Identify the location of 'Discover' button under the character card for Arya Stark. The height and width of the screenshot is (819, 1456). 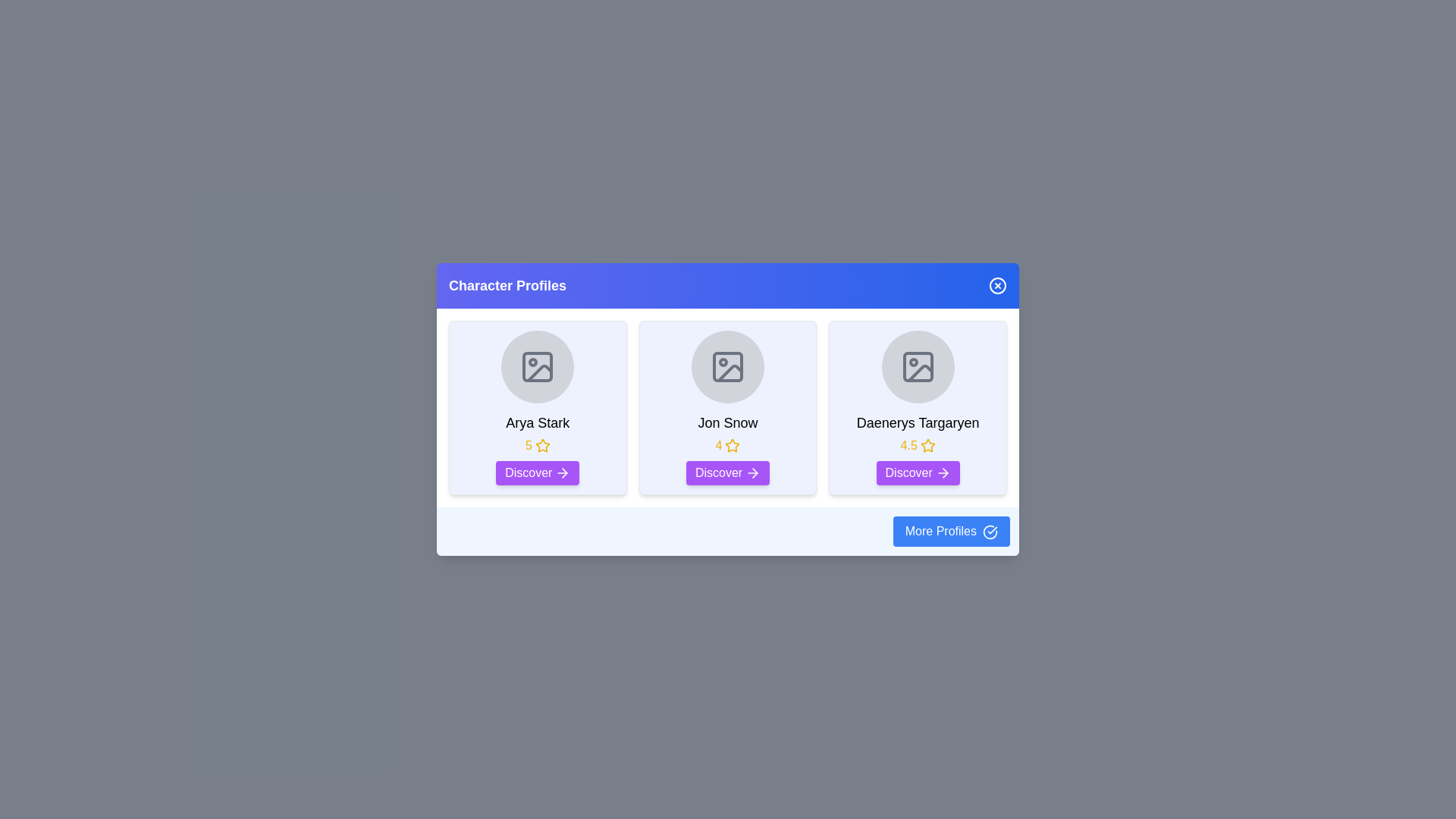
(538, 472).